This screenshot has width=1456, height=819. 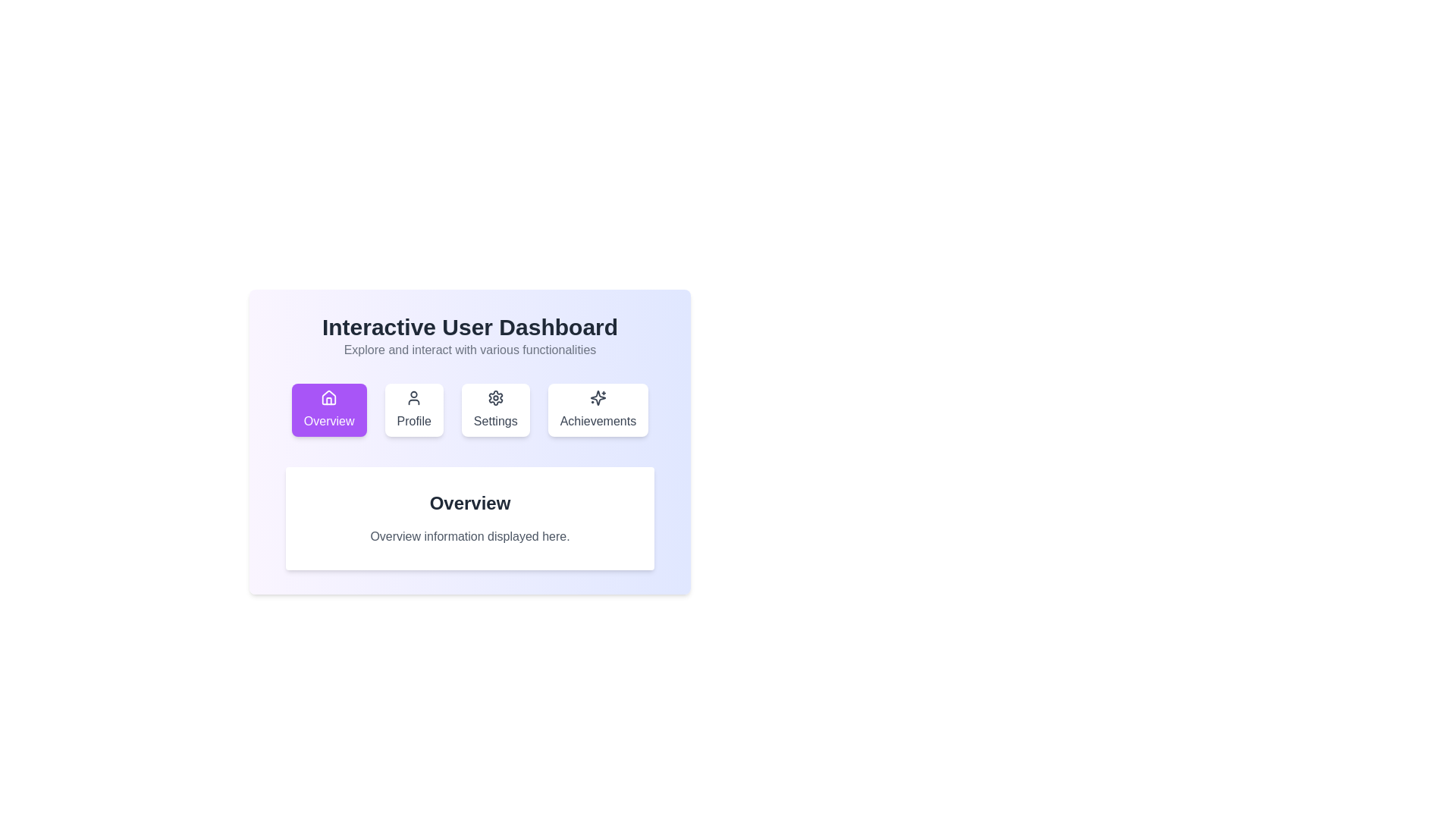 I want to click on the non-interactive descriptive section containing the title 'Overview' and the description 'Overview information displayed here.', so click(x=469, y=517).